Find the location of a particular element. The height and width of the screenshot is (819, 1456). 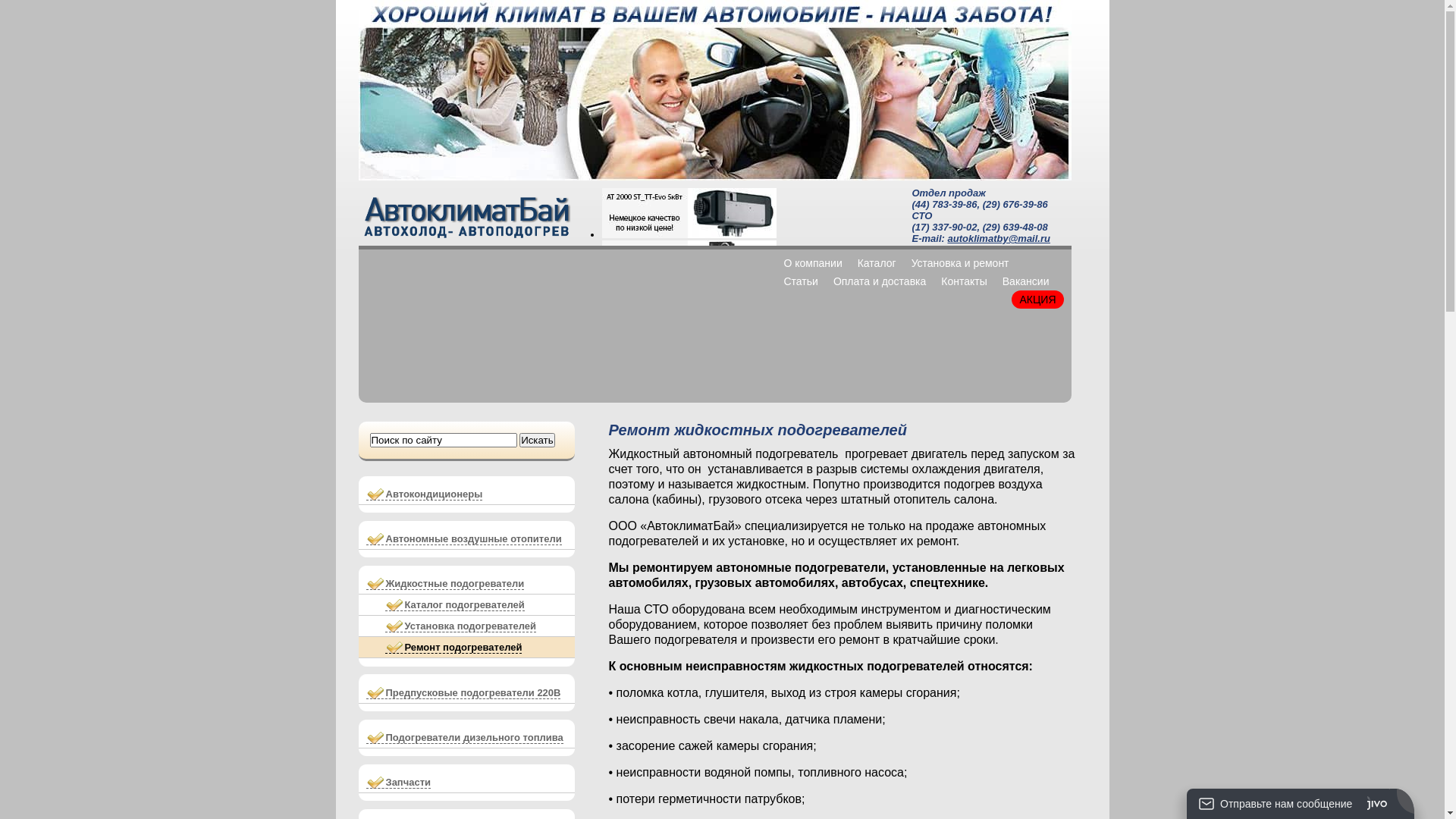

'(29) 676-39-86' is located at coordinates (1015, 203).